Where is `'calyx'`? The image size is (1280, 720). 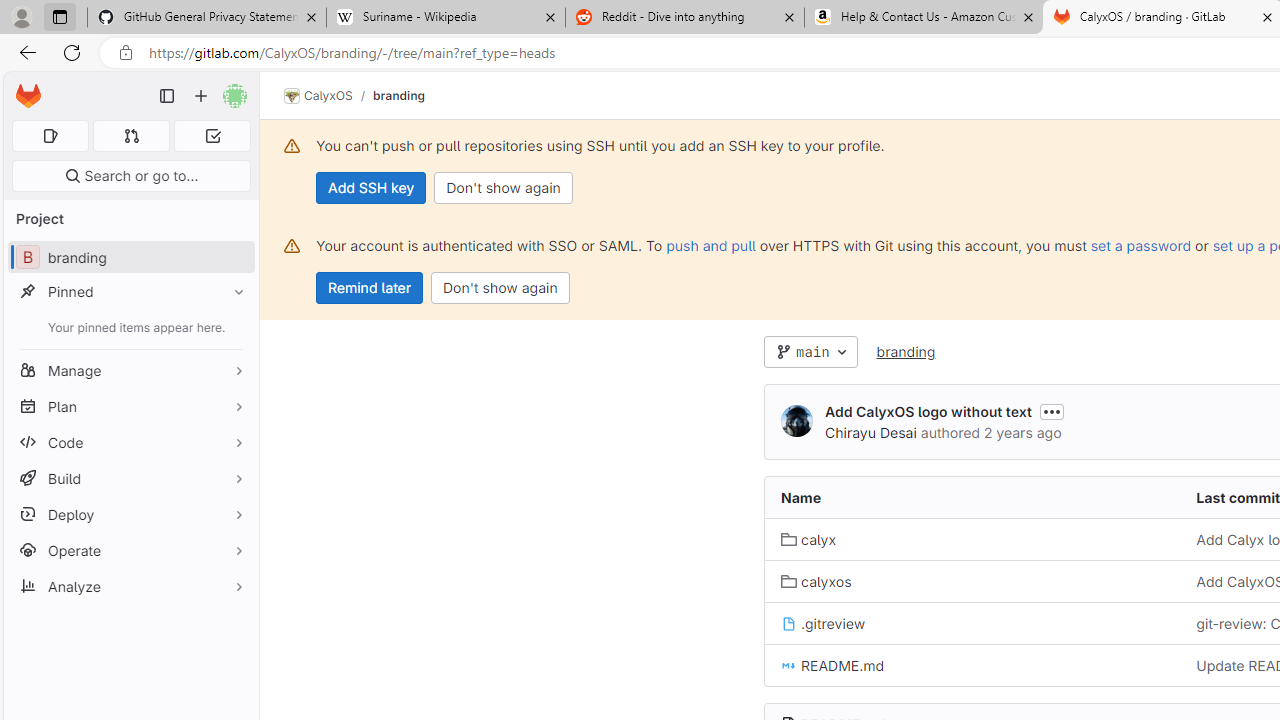
'calyx' is located at coordinates (808, 538).